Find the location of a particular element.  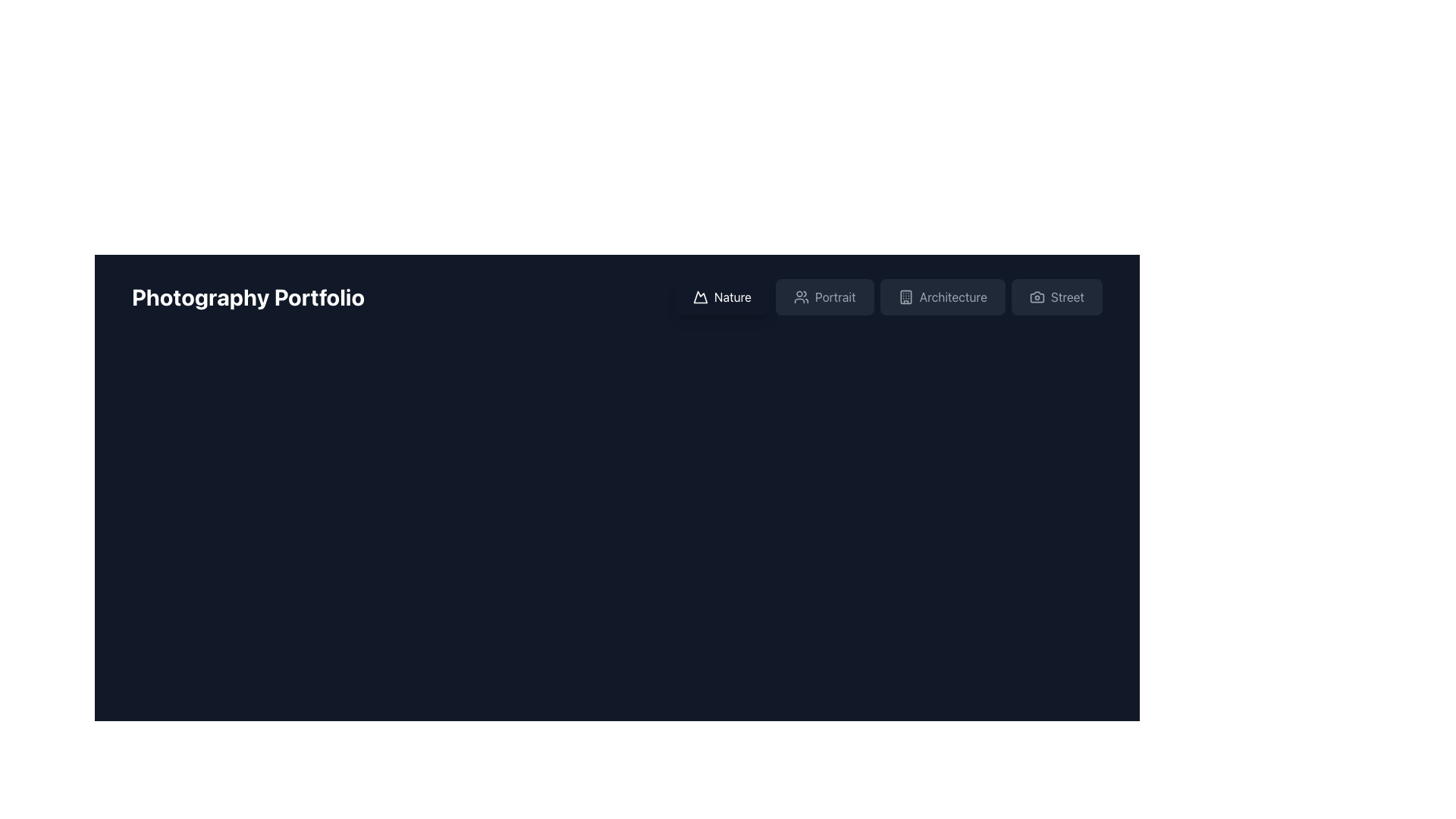

the 'Nature' button with a green background and white text is located at coordinates (721, 297).